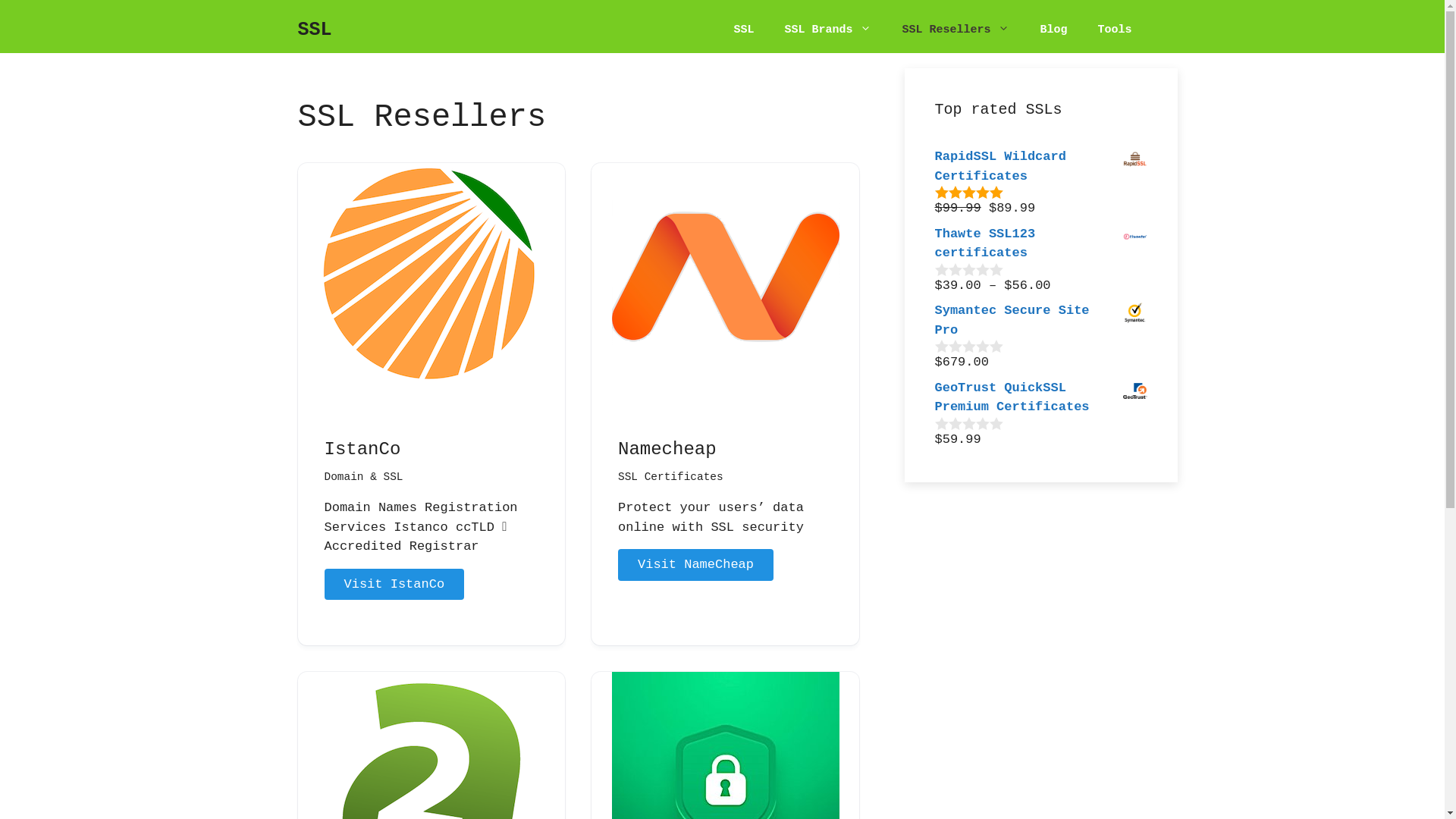 This screenshot has height=819, width=1456. I want to click on 'RapidSSL Wildcard Certificates', so click(1040, 166).